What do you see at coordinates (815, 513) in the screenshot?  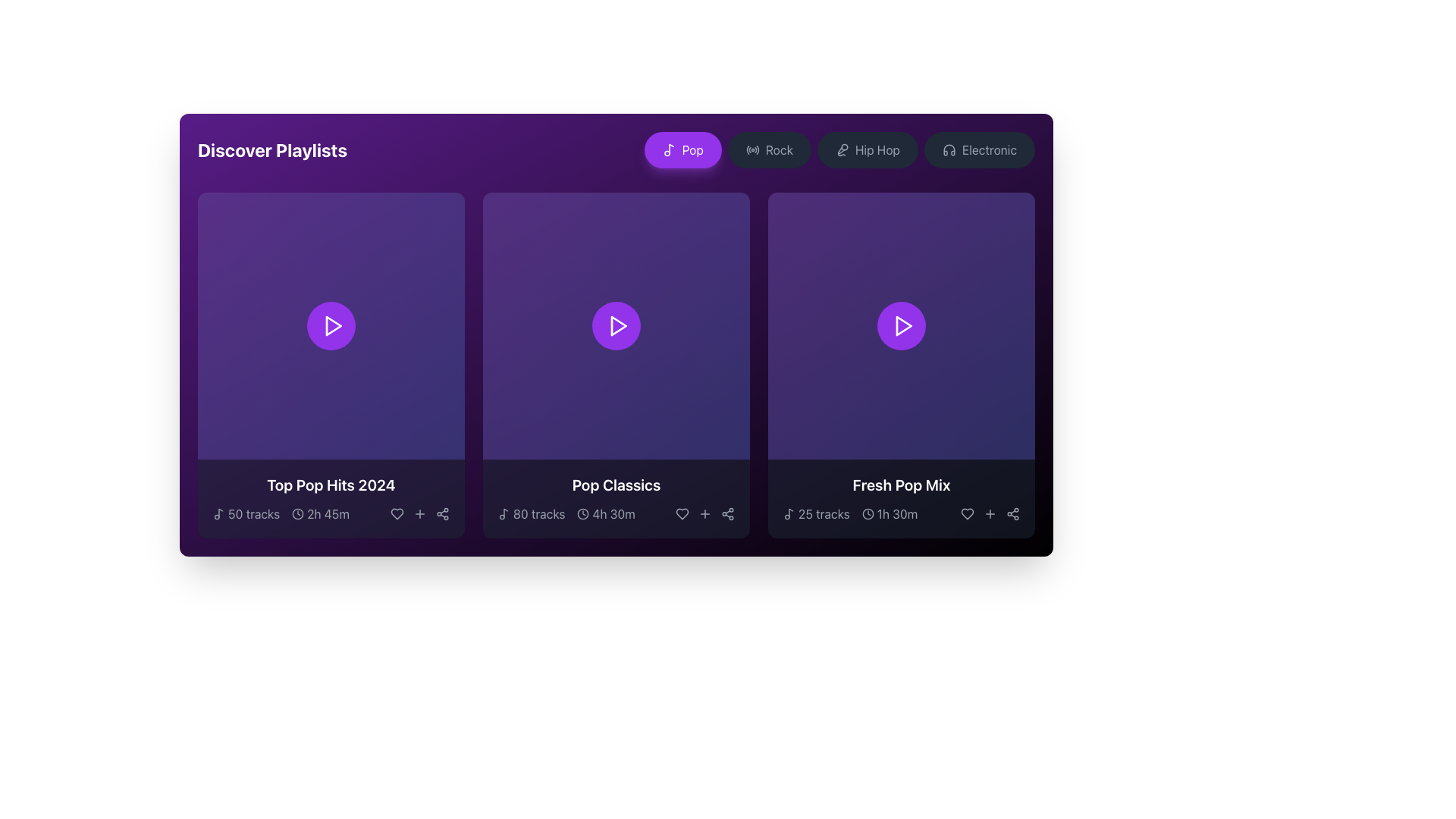 I see `text displayed as '25 tracks' next to the musical note icon in the bottom left corner of the 'Fresh Pop Mix' card` at bounding box center [815, 513].